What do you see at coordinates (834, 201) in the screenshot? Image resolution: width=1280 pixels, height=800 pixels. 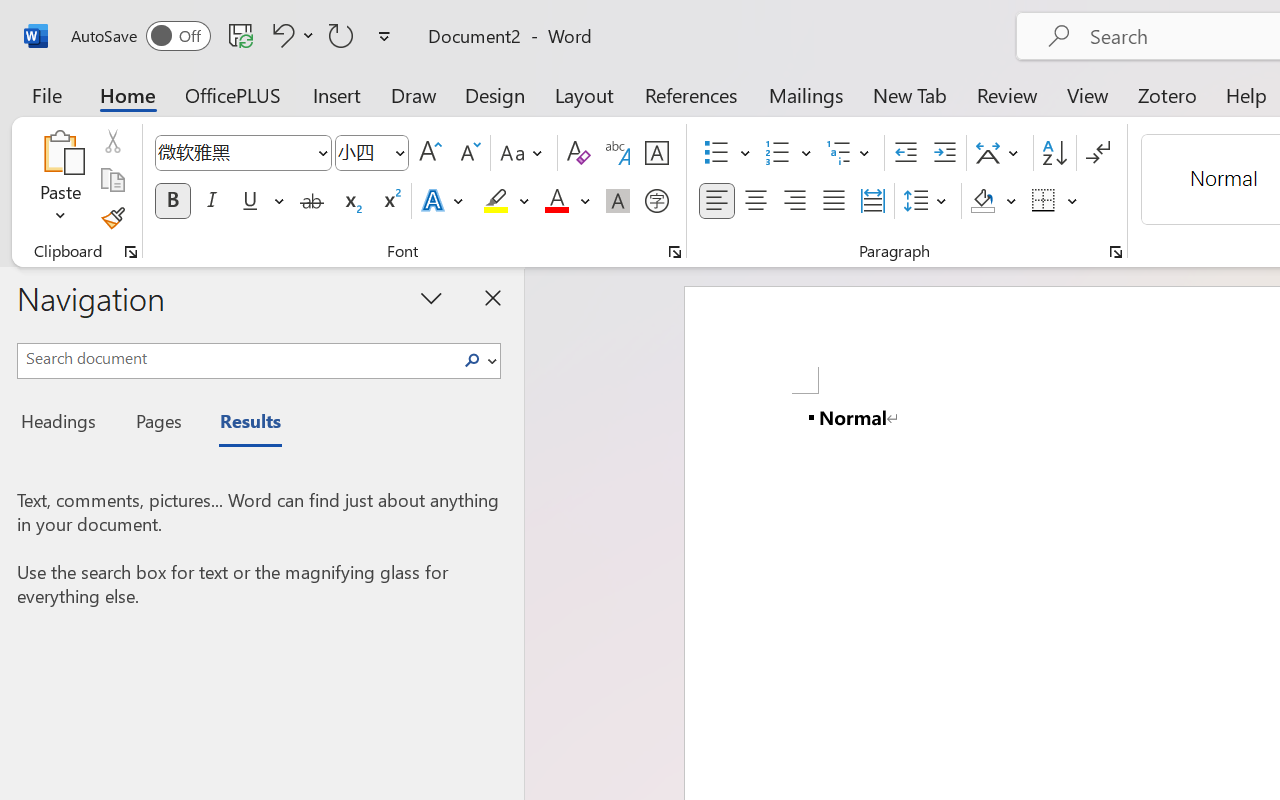 I see `'Justify'` at bounding box center [834, 201].